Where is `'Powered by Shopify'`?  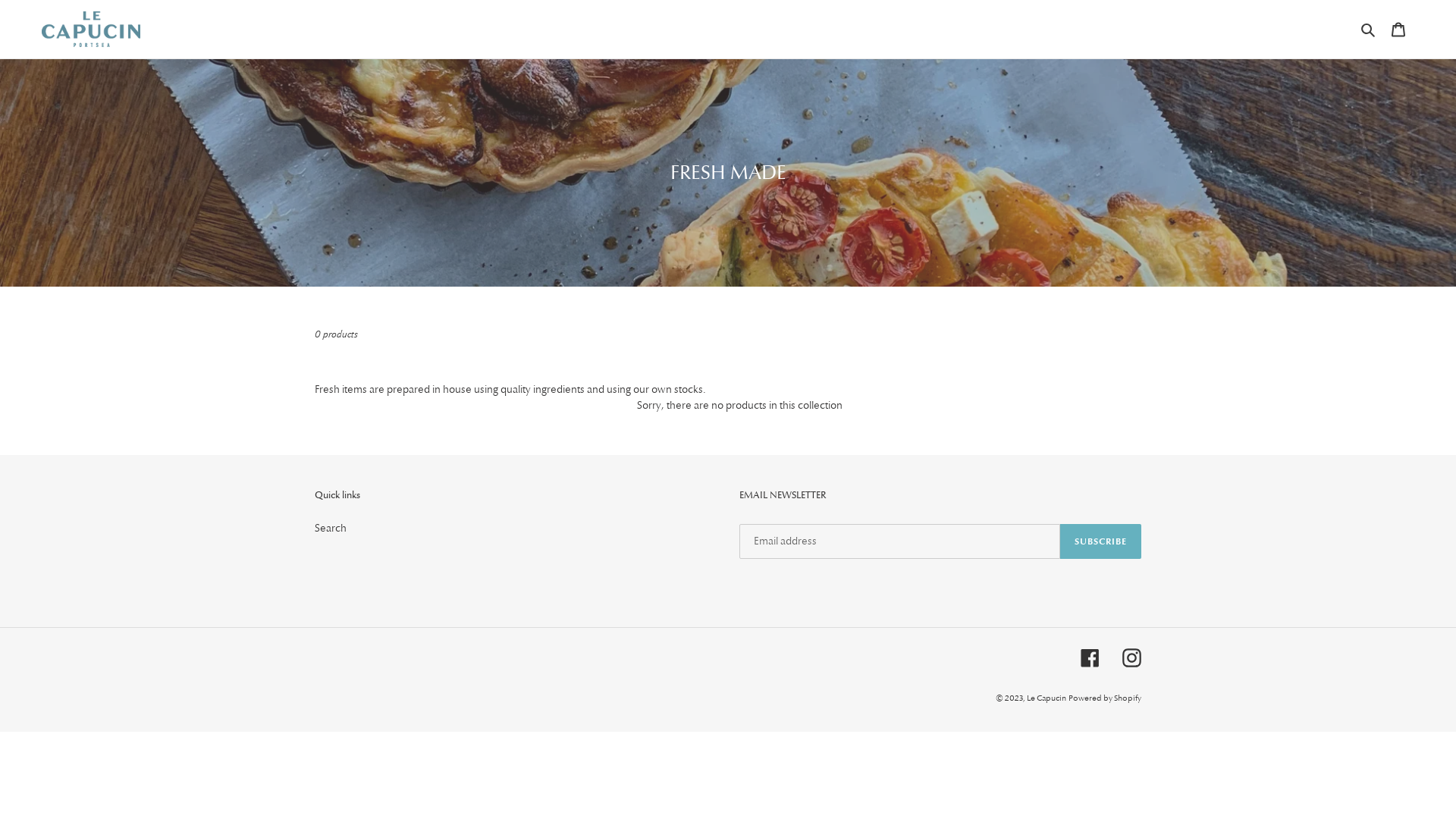 'Powered by Shopify' is located at coordinates (1105, 698).